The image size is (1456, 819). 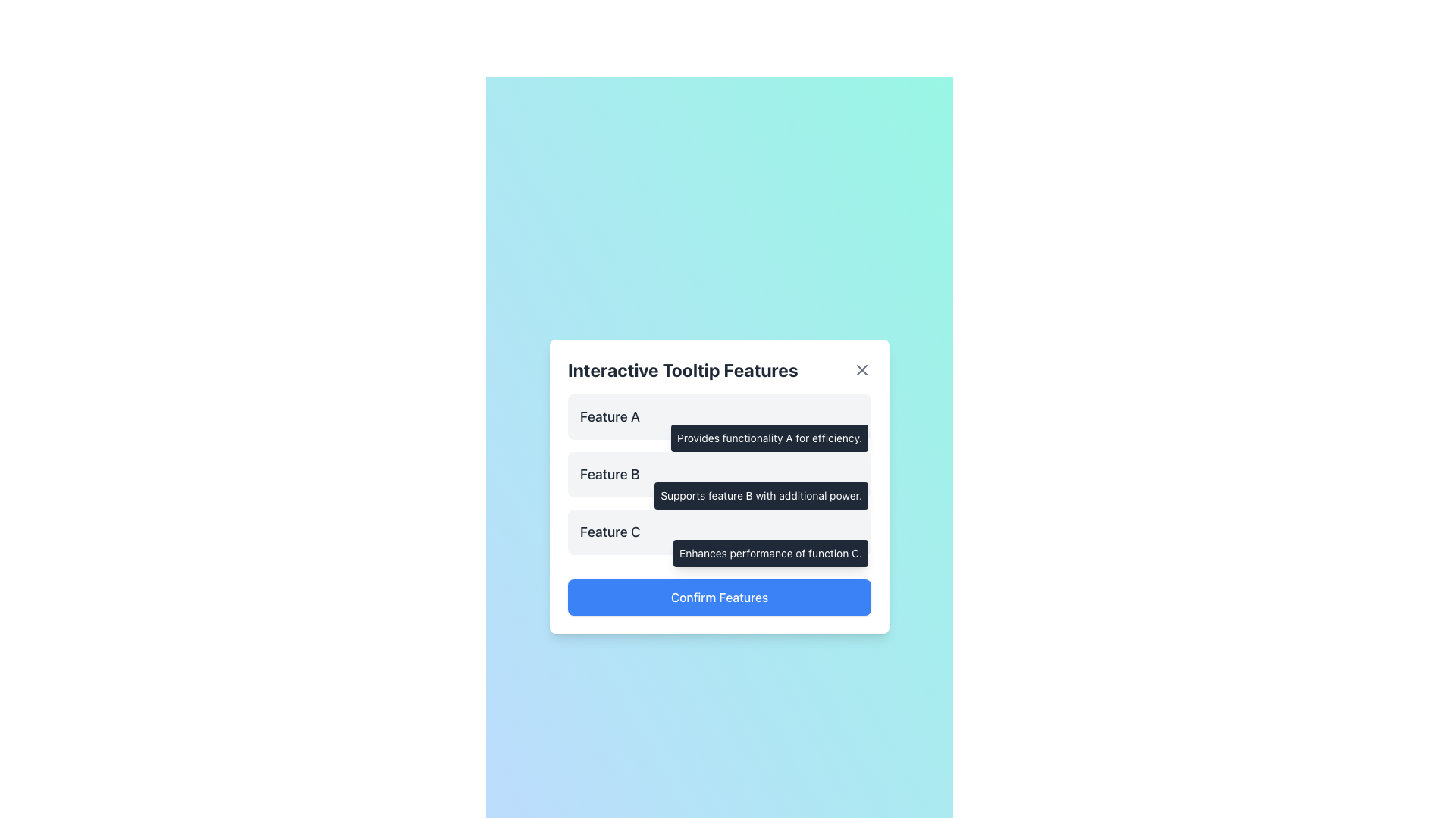 I want to click on the cross inside the close button graphic located at the top-right corner of the 'Interactive Tooltip Features' card, so click(x=862, y=370).